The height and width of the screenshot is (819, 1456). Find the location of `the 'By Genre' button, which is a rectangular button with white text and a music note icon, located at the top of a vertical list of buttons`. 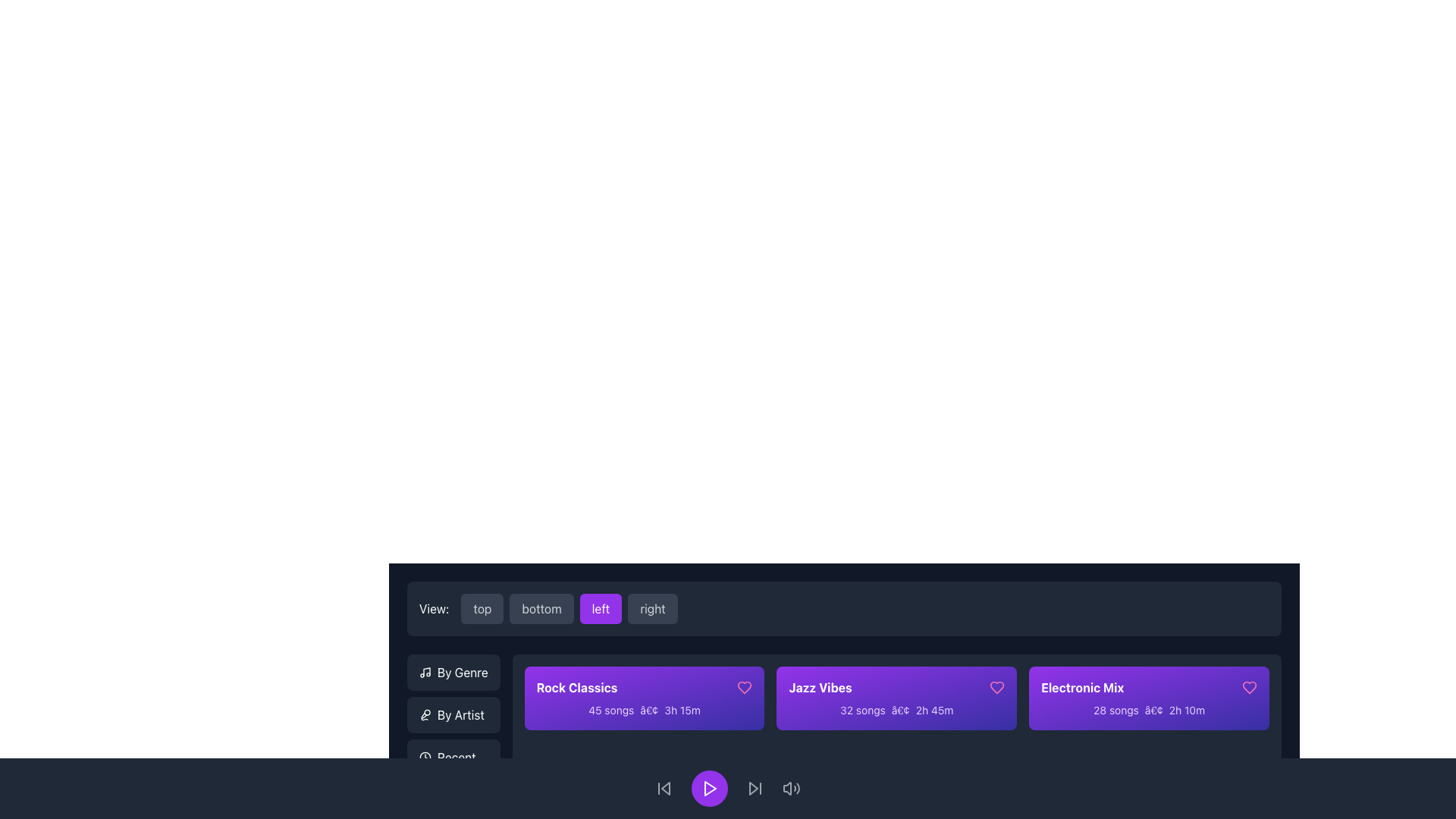

the 'By Genre' button, which is a rectangular button with white text and a music note icon, located at the top of a vertical list of buttons is located at coordinates (453, 672).